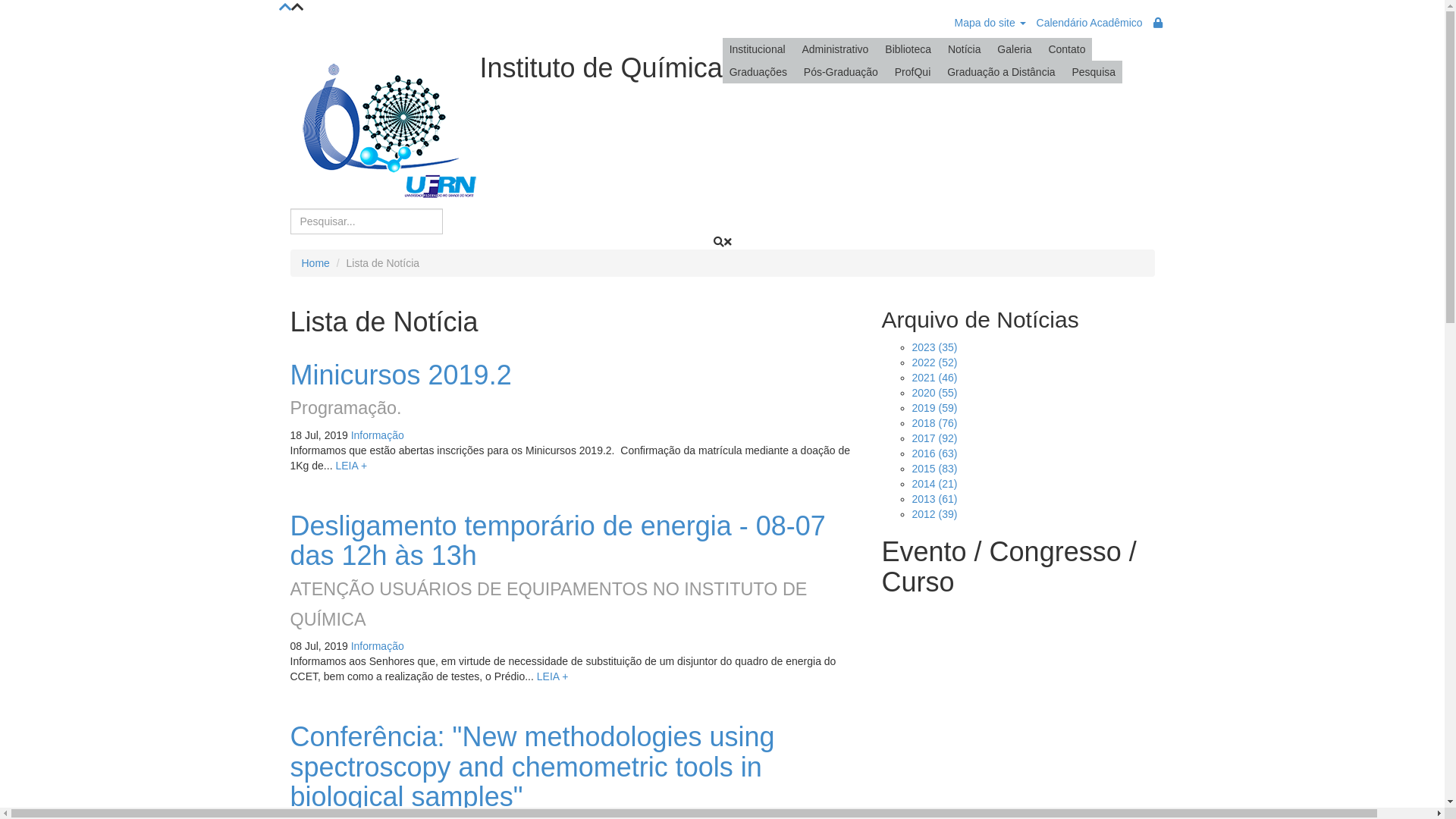 This screenshot has height=819, width=1456. What do you see at coordinates (908, 49) in the screenshot?
I see `'Biblioteca'` at bounding box center [908, 49].